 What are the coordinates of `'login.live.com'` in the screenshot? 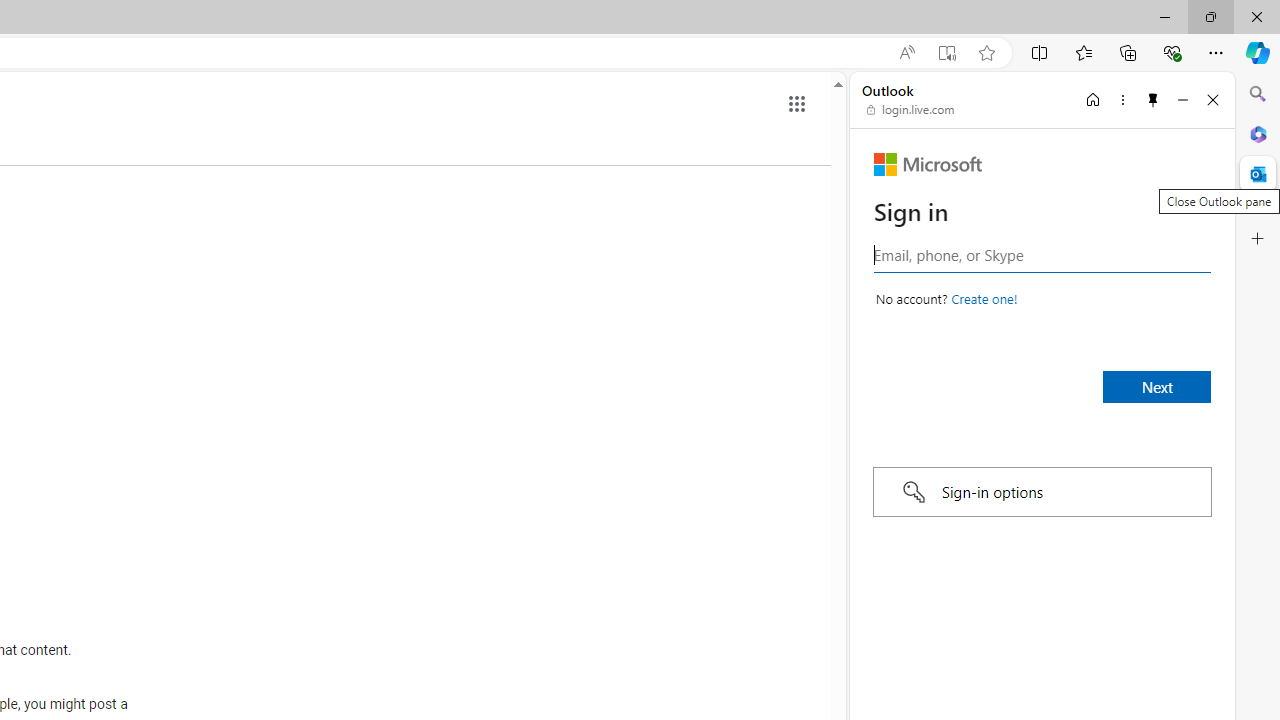 It's located at (910, 110).